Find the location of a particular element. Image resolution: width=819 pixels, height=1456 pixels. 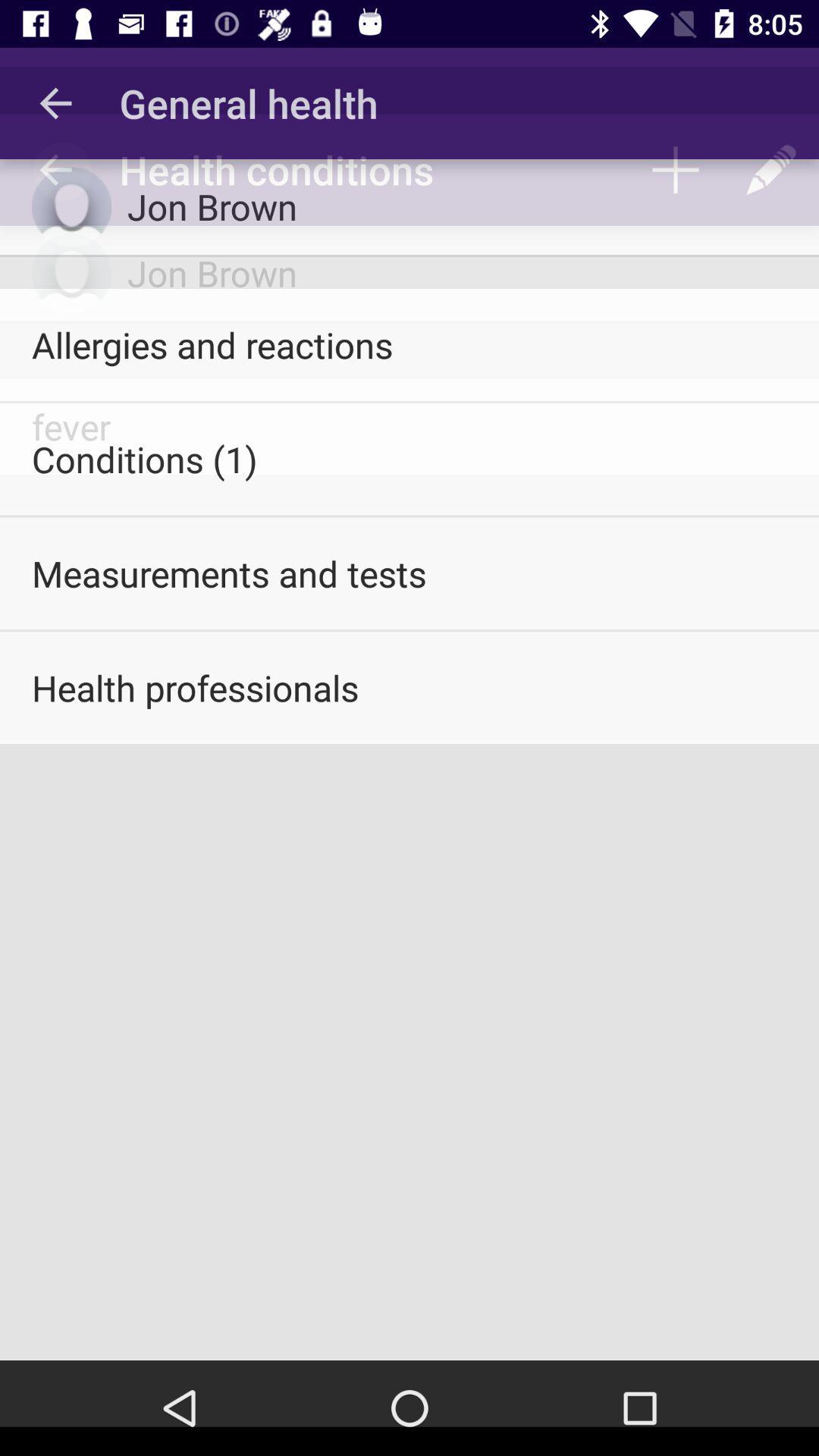

item above the measurements and tests item is located at coordinates (409, 458).